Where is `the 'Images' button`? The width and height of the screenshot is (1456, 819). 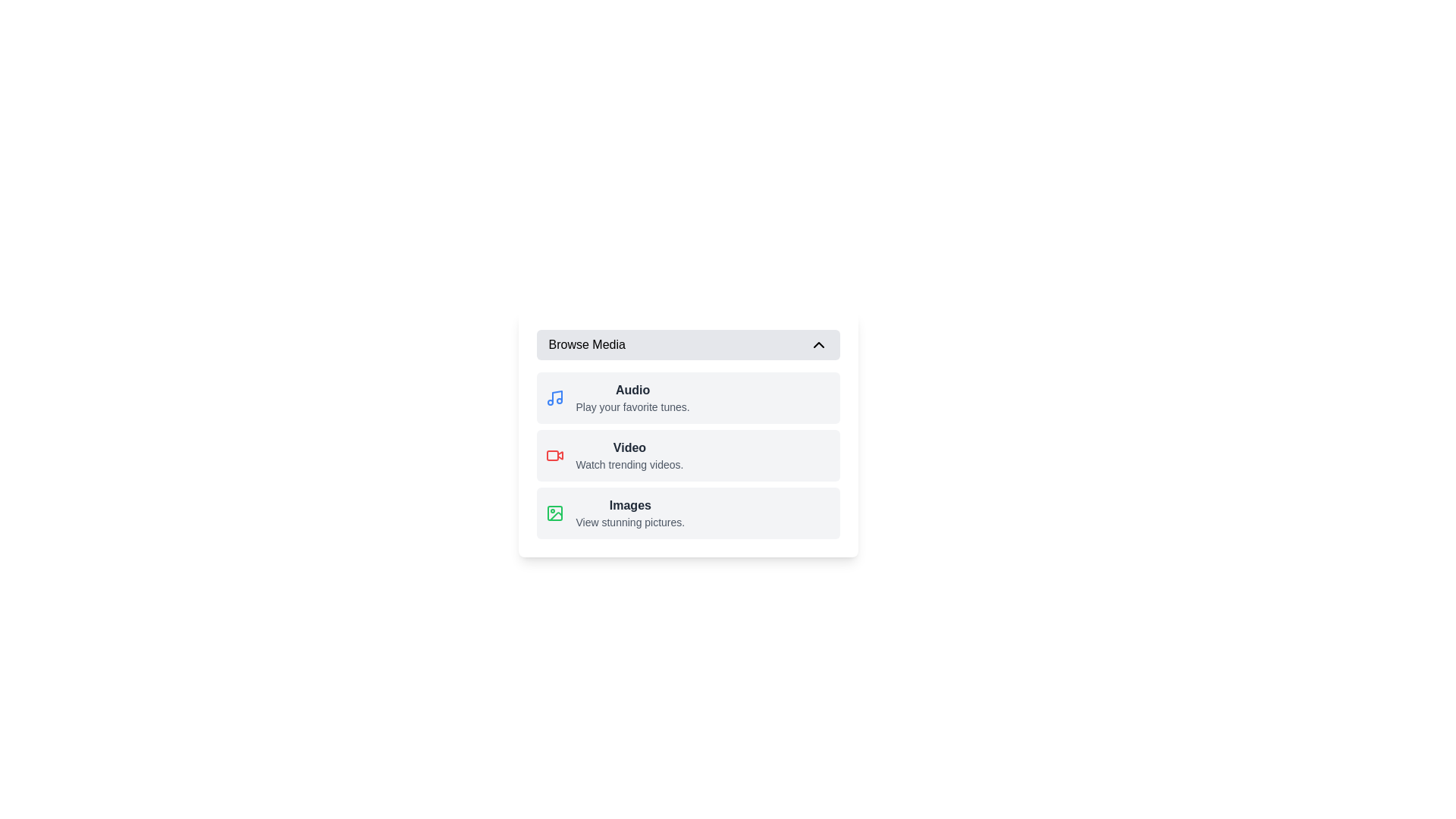 the 'Images' button is located at coordinates (687, 513).